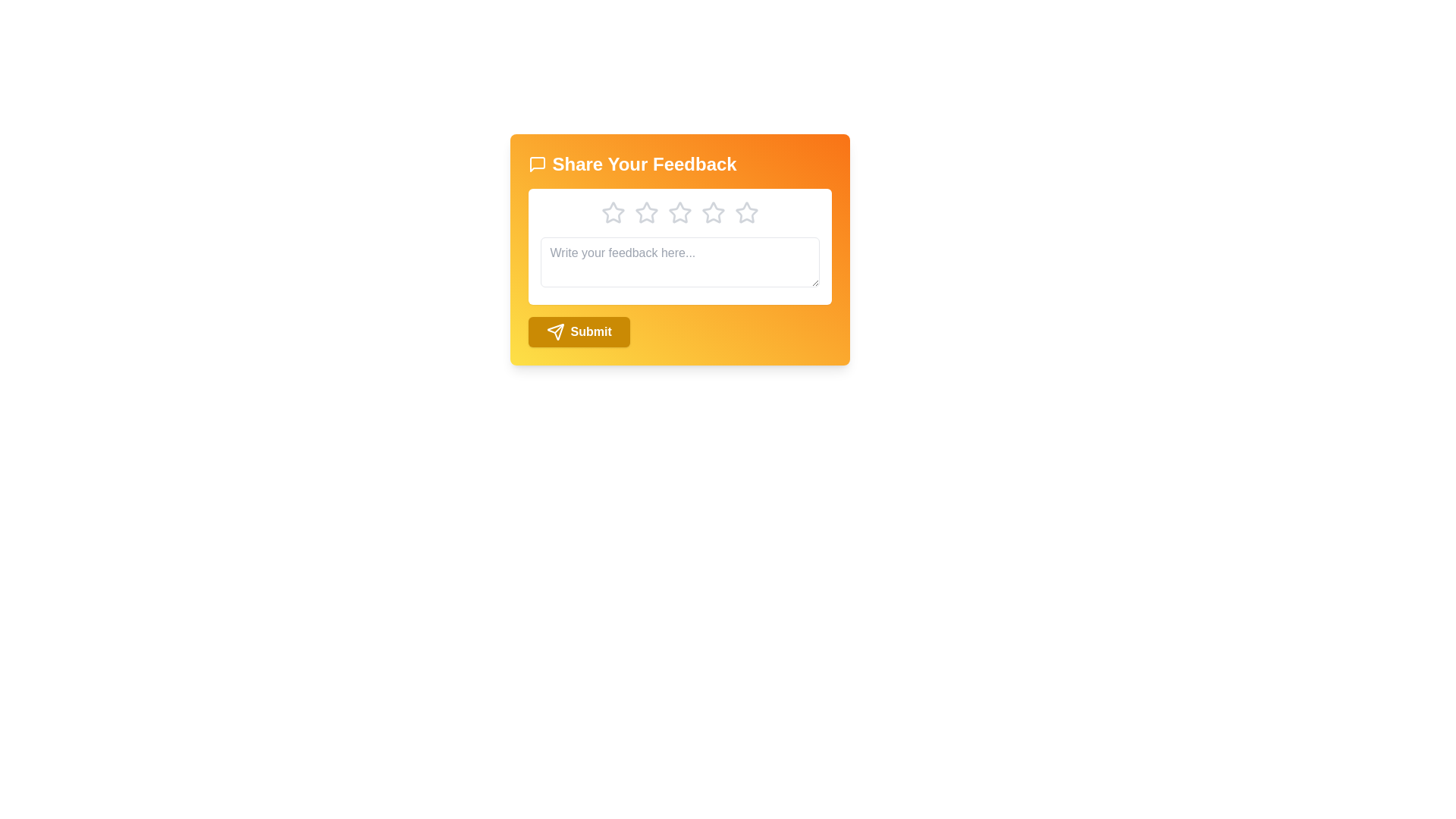 This screenshot has height=819, width=1456. Describe the element at coordinates (679, 213) in the screenshot. I see `the fourth star from the left in the row of six stars below the 'Share Your Feedback' header` at that location.